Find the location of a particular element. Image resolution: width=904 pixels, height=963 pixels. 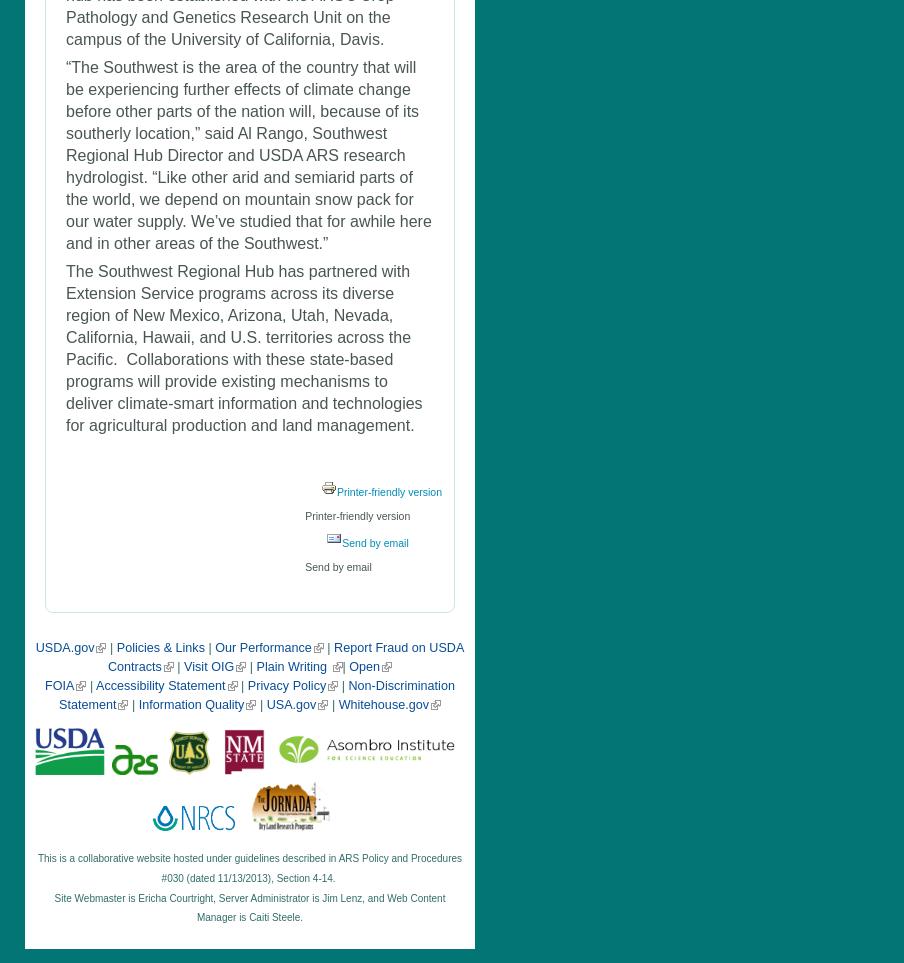

'Visit OIG' is located at coordinates (209, 666).